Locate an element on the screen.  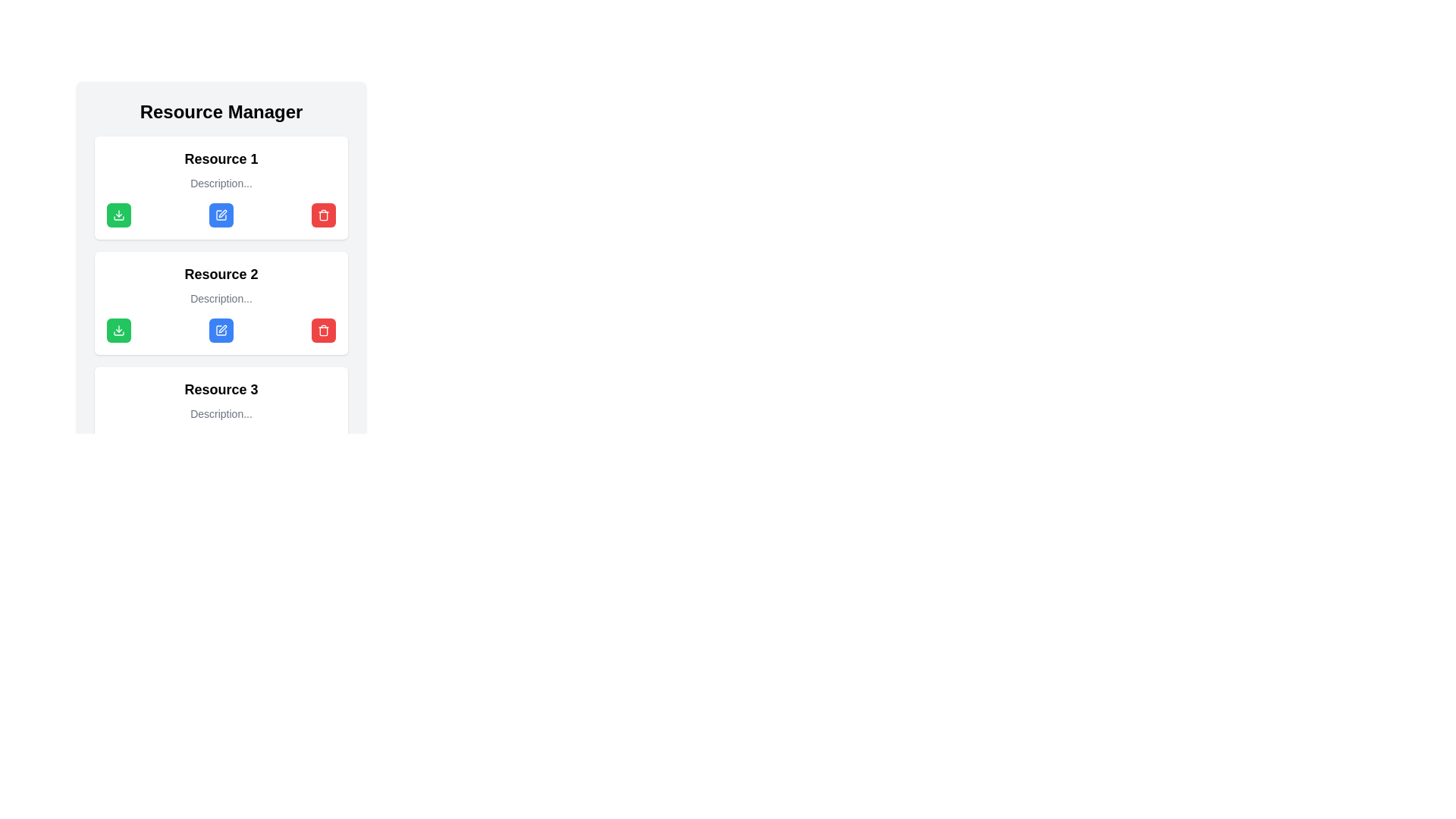
the static text label displaying 'Description...' located below the title 'Resource 1' in the first resource card is located at coordinates (221, 183).